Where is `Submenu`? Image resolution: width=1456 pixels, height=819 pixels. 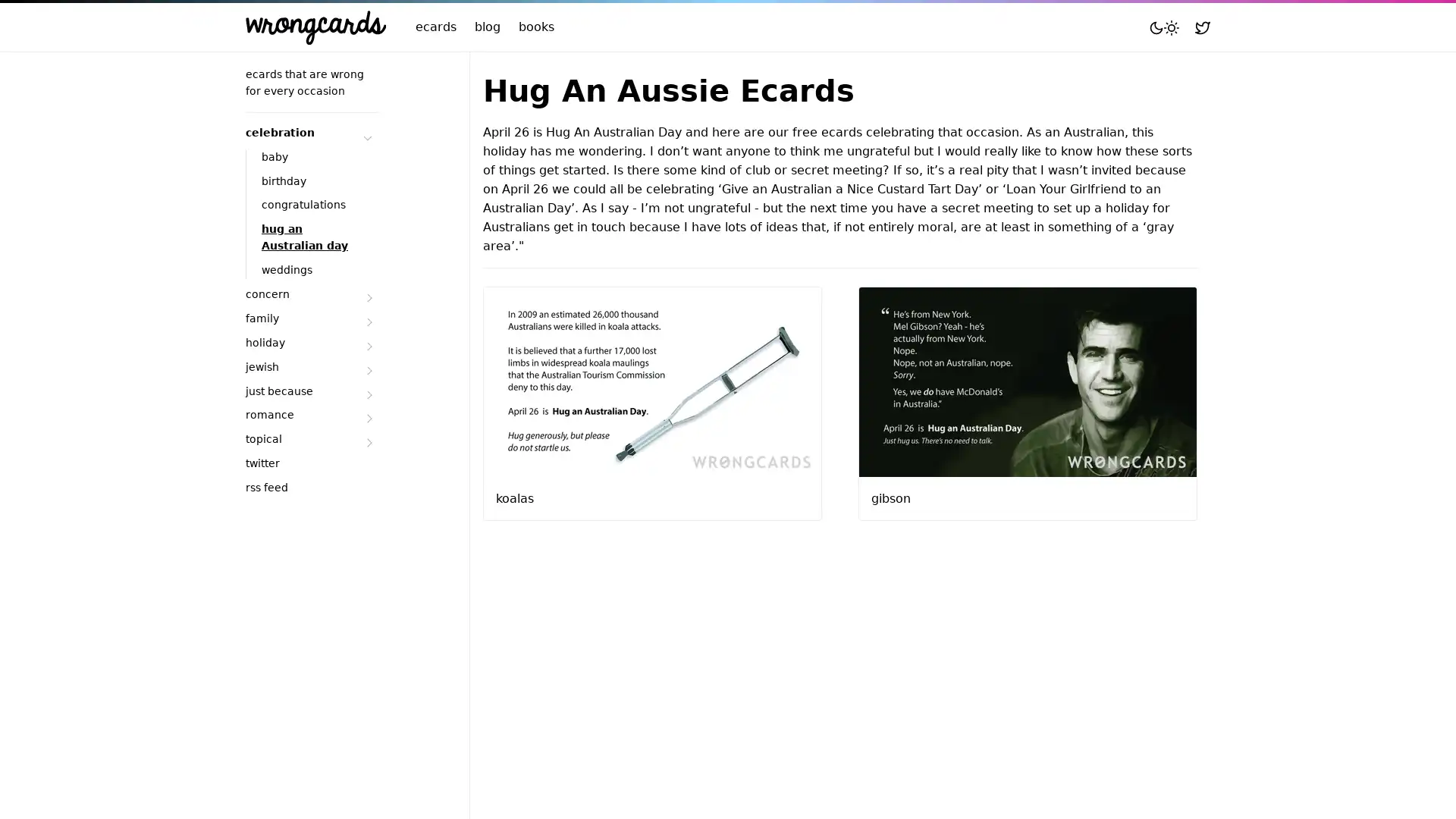 Submenu is located at coordinates (367, 134).